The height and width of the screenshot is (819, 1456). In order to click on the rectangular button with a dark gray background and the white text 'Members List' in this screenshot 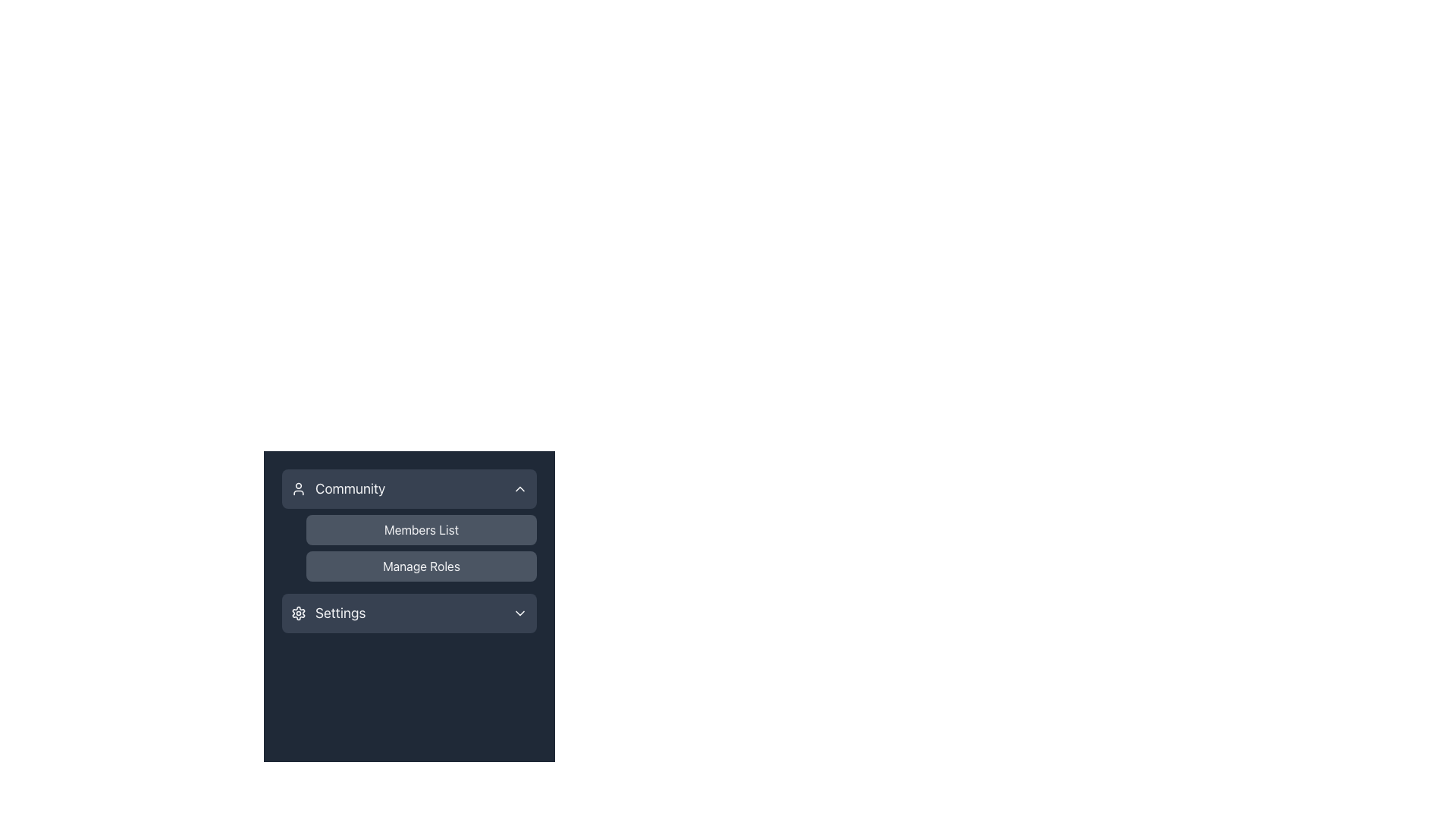, I will do `click(422, 529)`.